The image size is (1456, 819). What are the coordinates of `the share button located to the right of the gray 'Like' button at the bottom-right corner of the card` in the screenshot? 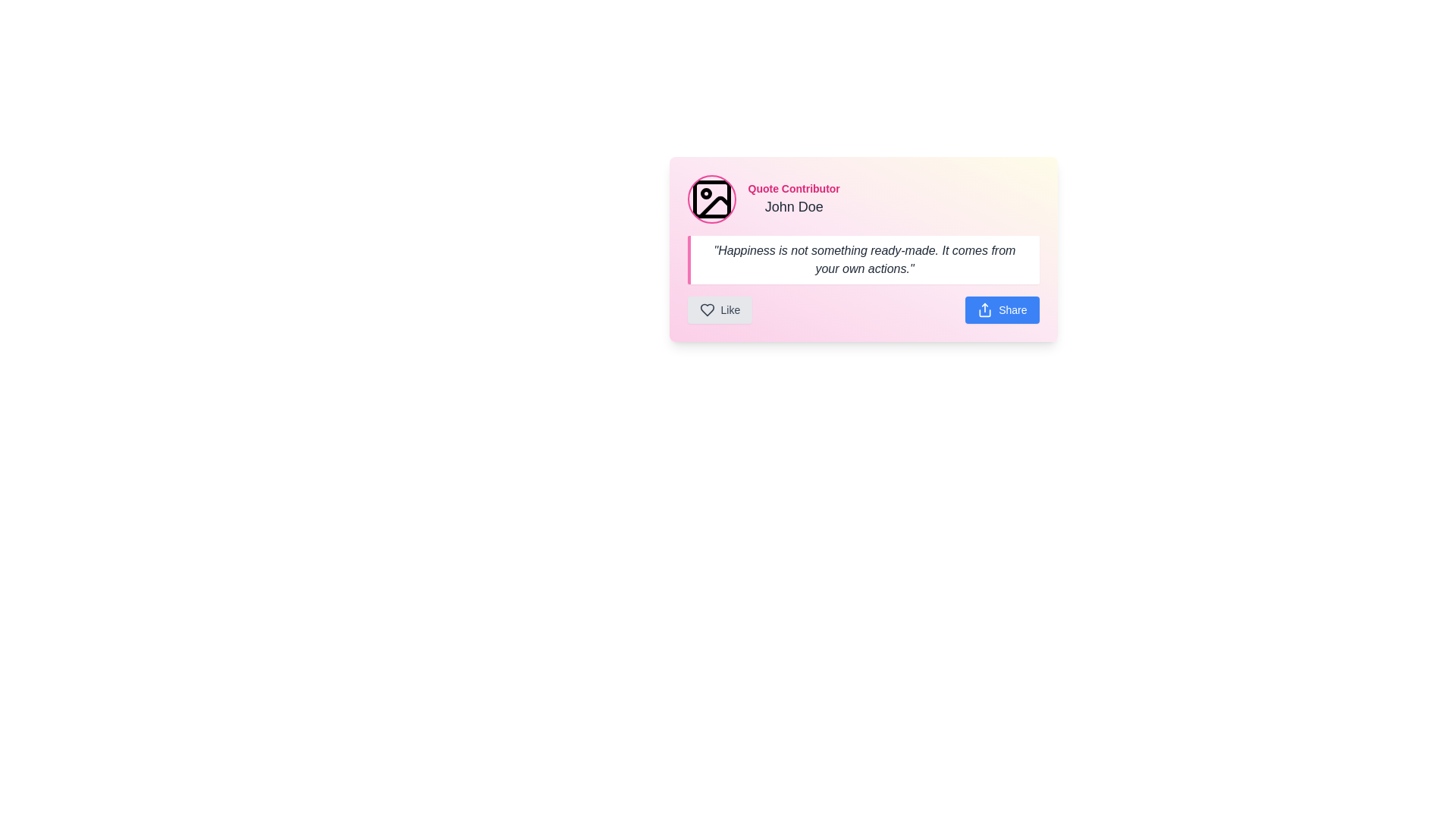 It's located at (1002, 309).